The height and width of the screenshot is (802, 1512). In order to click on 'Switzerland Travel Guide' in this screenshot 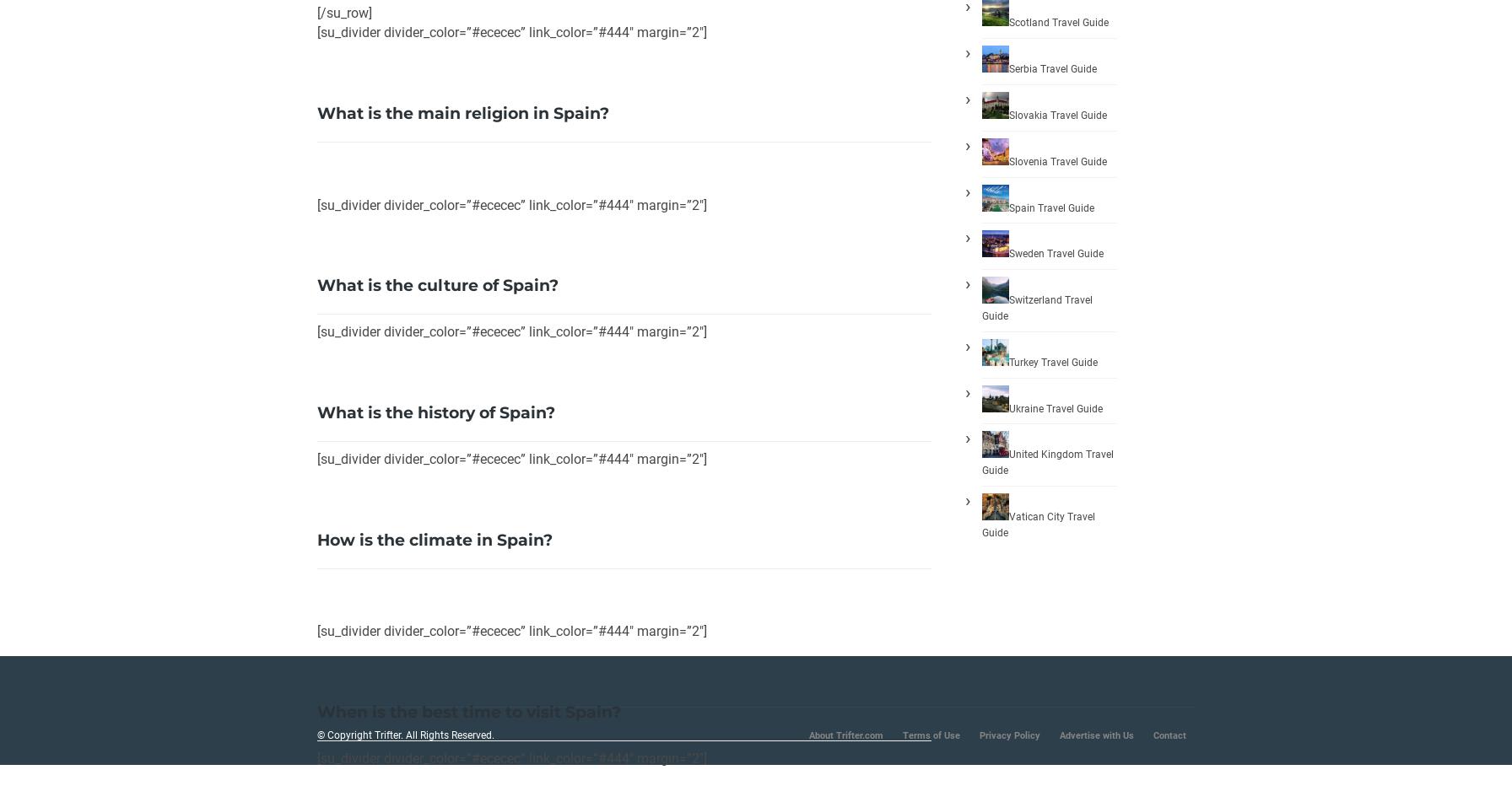, I will do `click(1037, 307)`.